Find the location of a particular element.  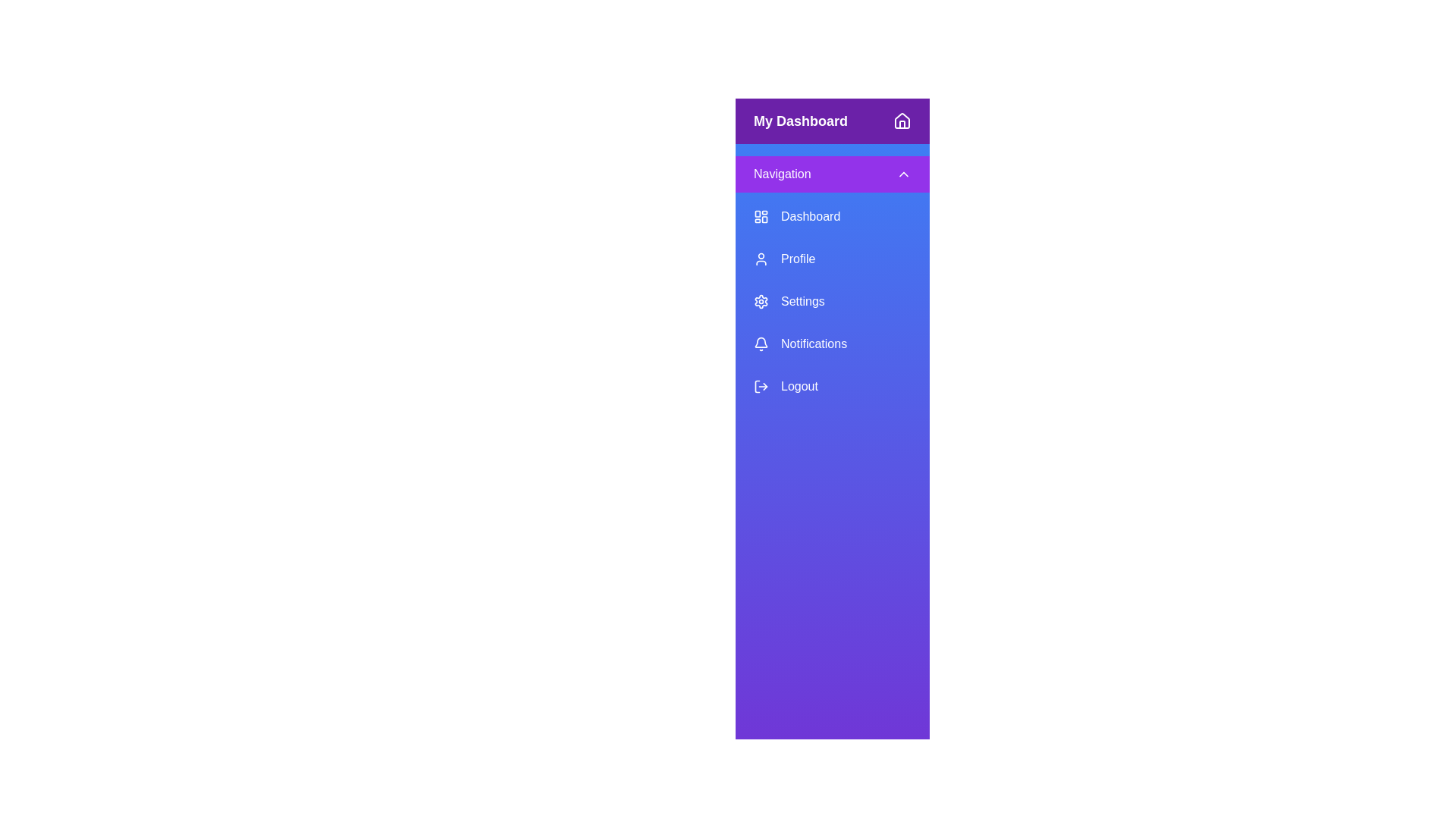

the Logout icon located at the bottom of the sidebar menu, which is visually represented by an icon indicating the logout action is located at coordinates (761, 385).